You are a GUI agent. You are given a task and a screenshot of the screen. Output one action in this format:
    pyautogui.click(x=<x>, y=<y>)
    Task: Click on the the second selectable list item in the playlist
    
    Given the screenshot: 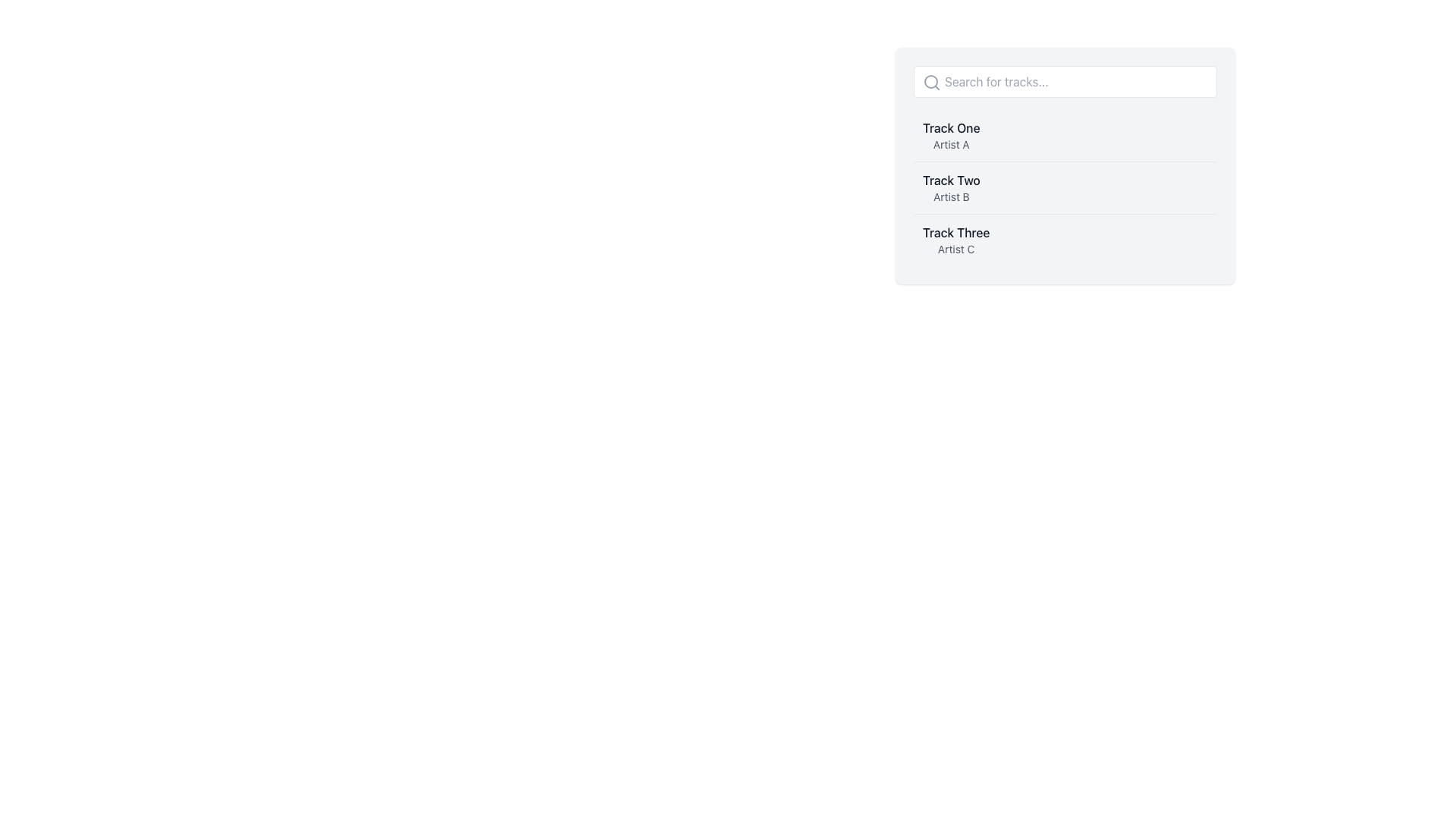 What is the action you would take?
    pyautogui.click(x=1065, y=187)
    